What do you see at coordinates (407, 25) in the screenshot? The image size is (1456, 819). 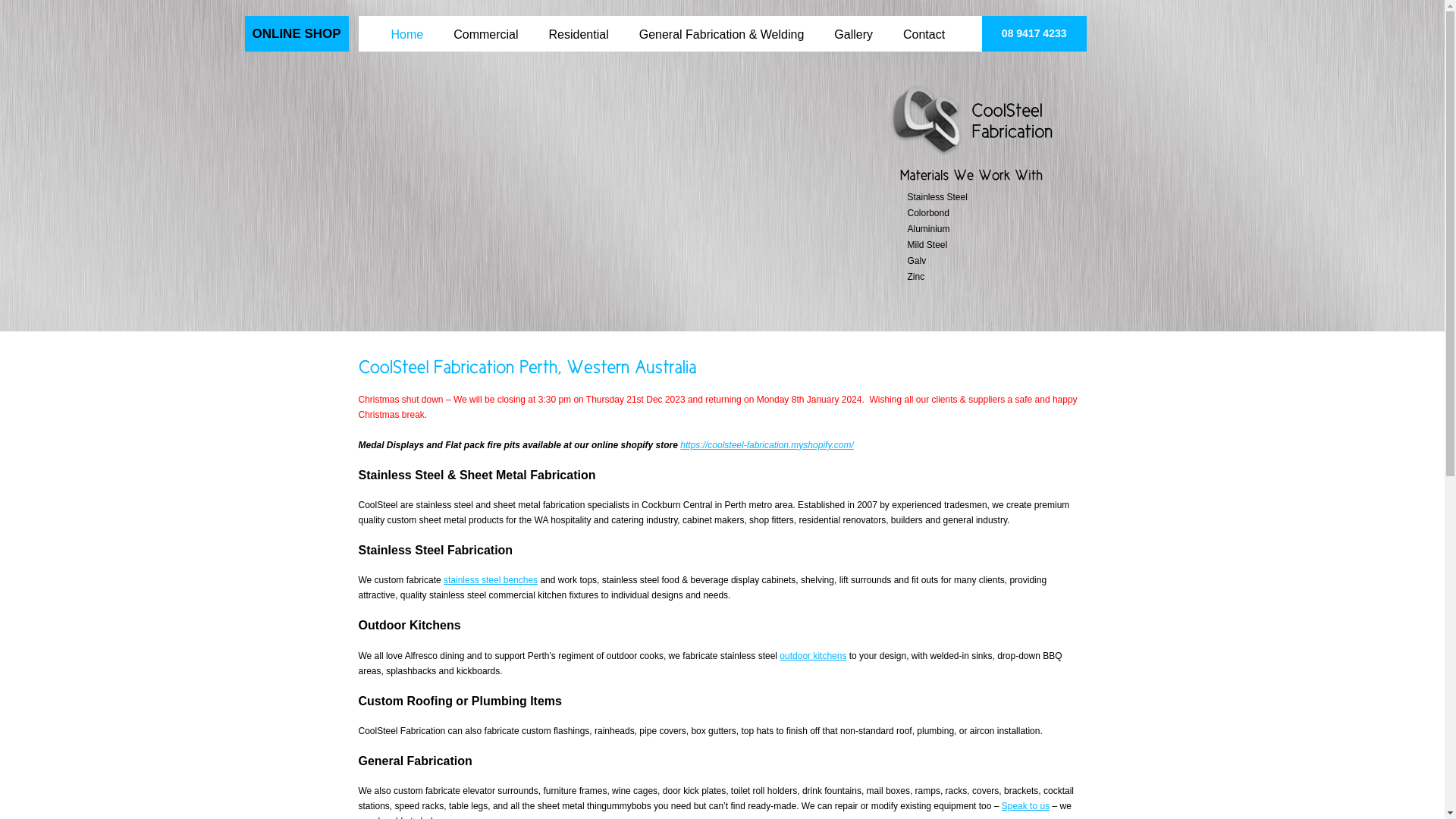 I see `'Home'` at bounding box center [407, 25].